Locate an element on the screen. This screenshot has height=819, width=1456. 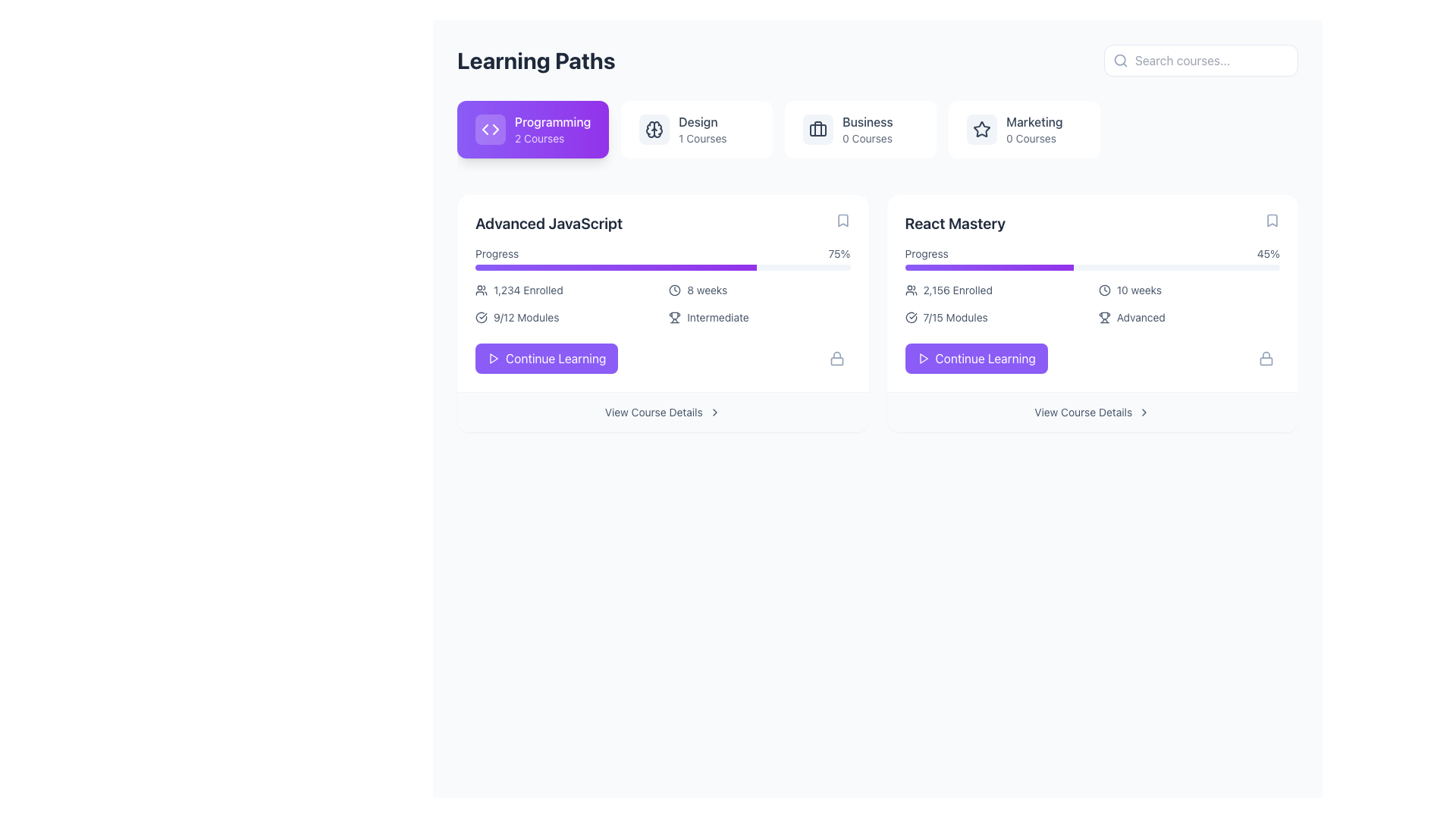
the 'Resume Learning' button for keyboard interaction is located at coordinates (546, 359).